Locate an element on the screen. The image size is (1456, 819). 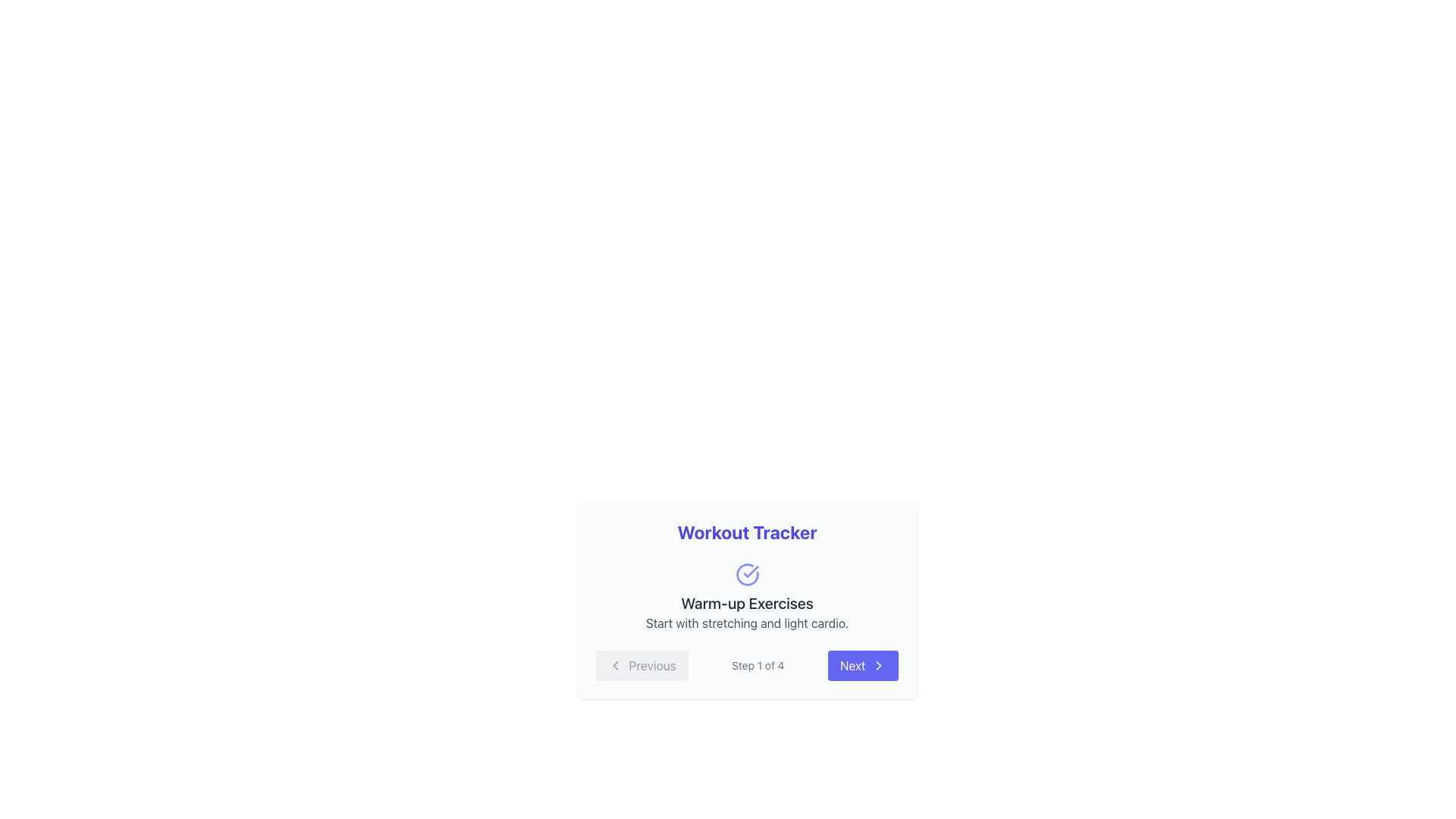
the status icon in the workout tracking interface located between the 'Workout Tracker' title and 'Warm-up Exercises' subtitle is located at coordinates (747, 575).